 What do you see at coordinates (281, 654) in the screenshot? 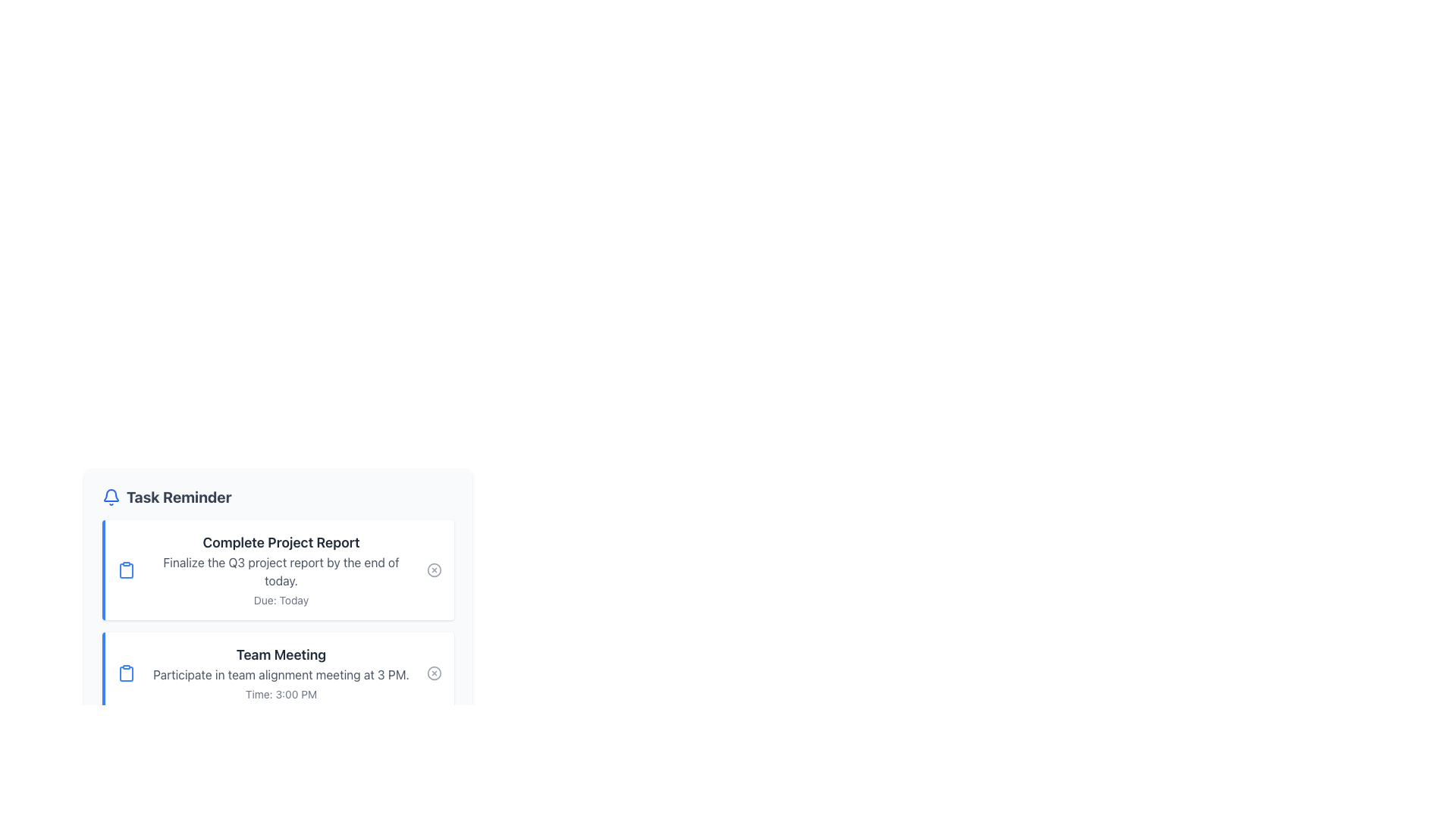
I see `the 'Team Meeting' text label, which is styled with bold, large, and dark gray font, located in the 'Task Reminder' section, below the 'Complete Project Report' task card` at bounding box center [281, 654].